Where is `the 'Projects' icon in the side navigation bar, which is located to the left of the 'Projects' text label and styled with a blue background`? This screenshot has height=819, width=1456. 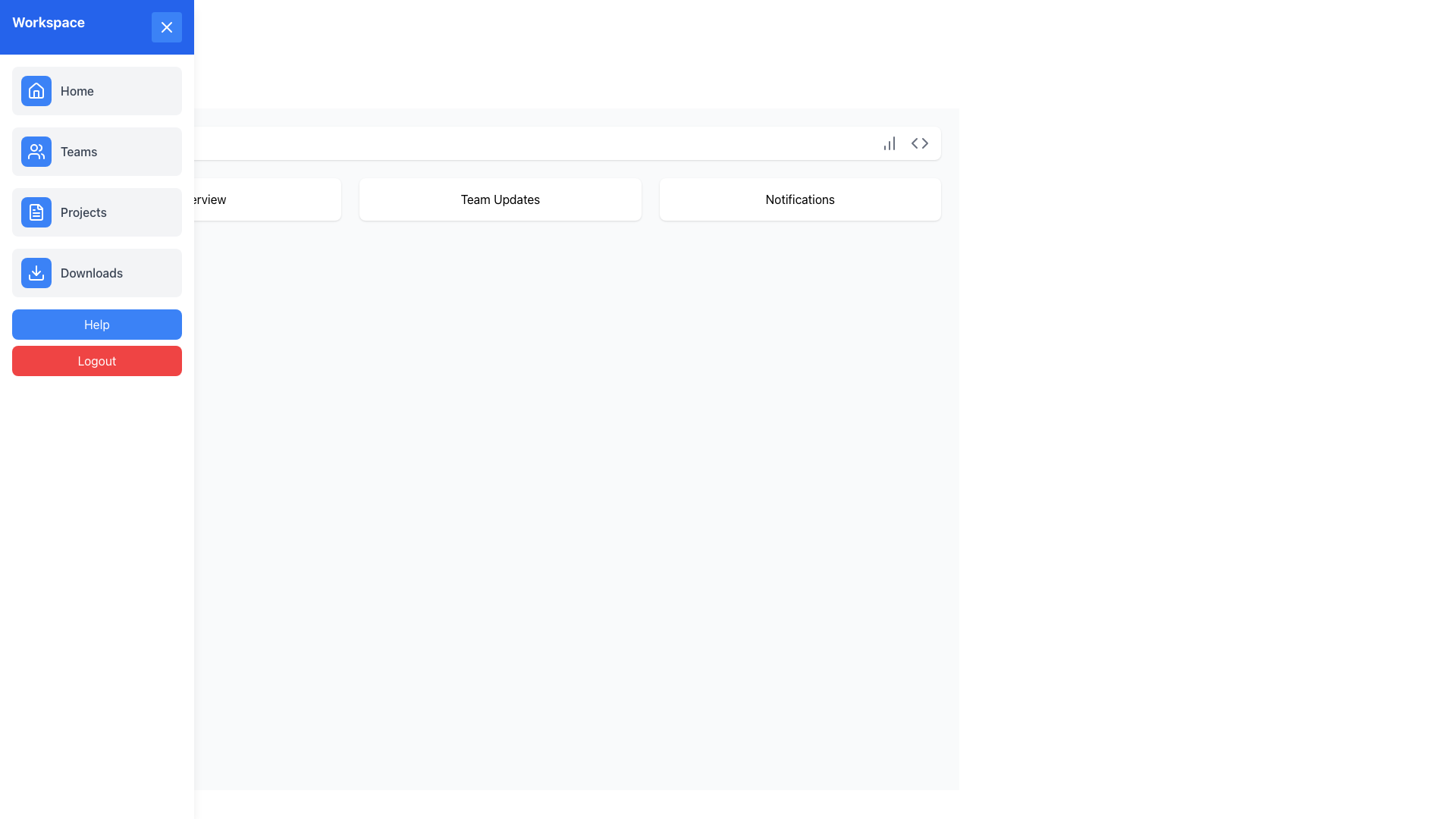 the 'Projects' icon in the side navigation bar, which is located to the left of the 'Projects' text label and styled with a blue background is located at coordinates (36, 212).